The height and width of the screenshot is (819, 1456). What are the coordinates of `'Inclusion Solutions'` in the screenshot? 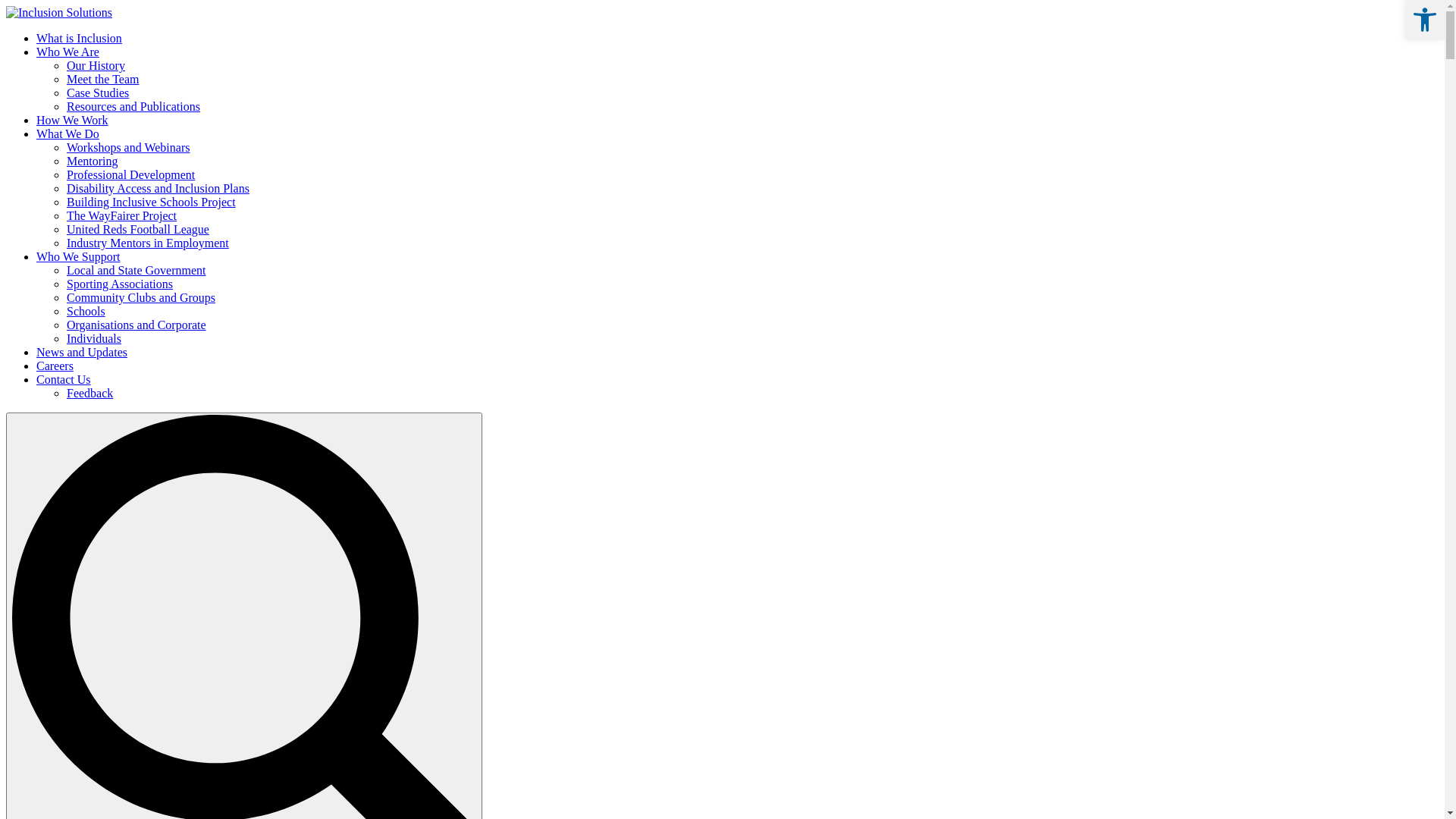 It's located at (6, 12).